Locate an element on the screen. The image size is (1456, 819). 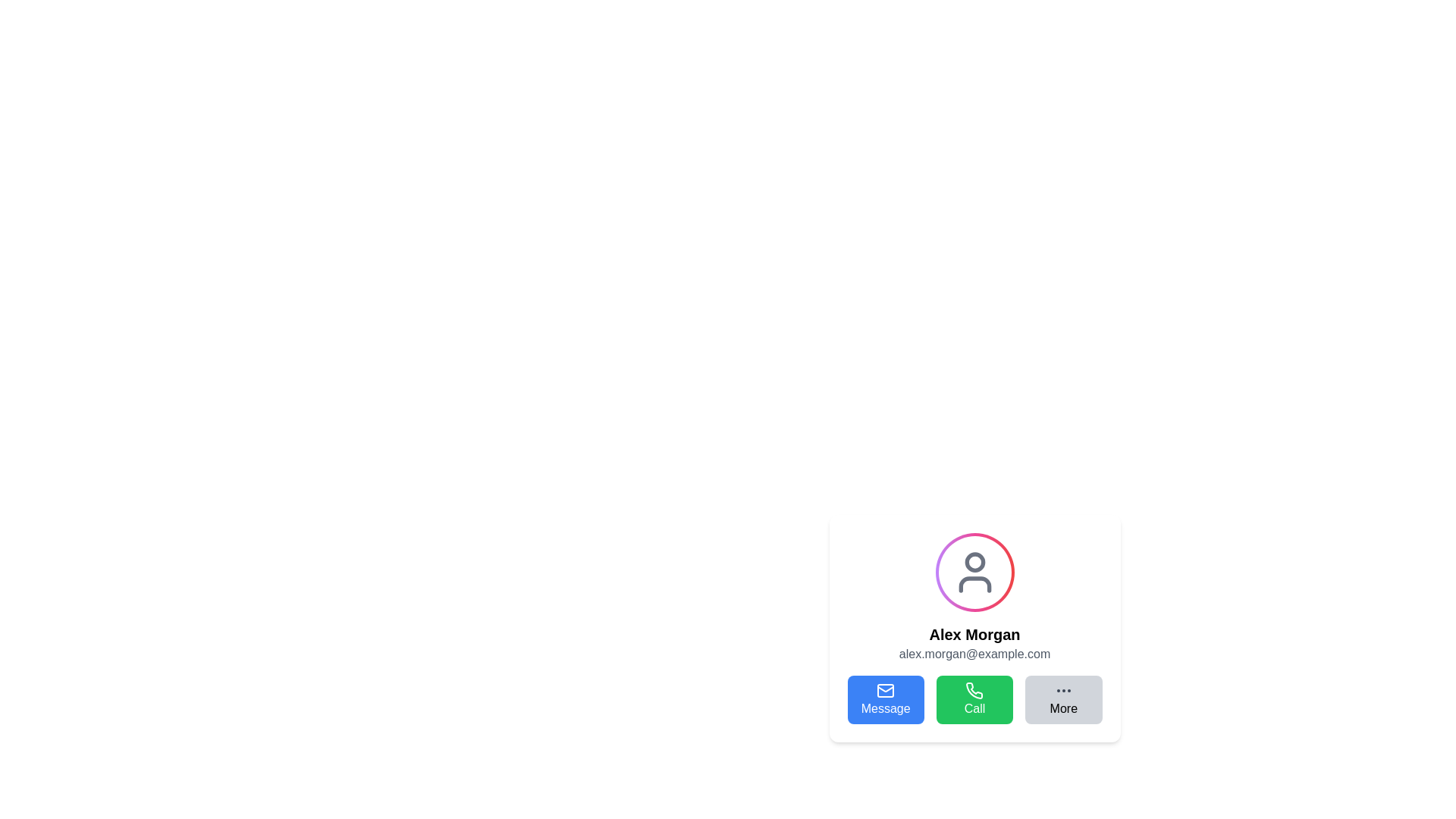
text label 'Message' on the blue button located in the bottom-left region of the contact information card is located at coordinates (886, 708).